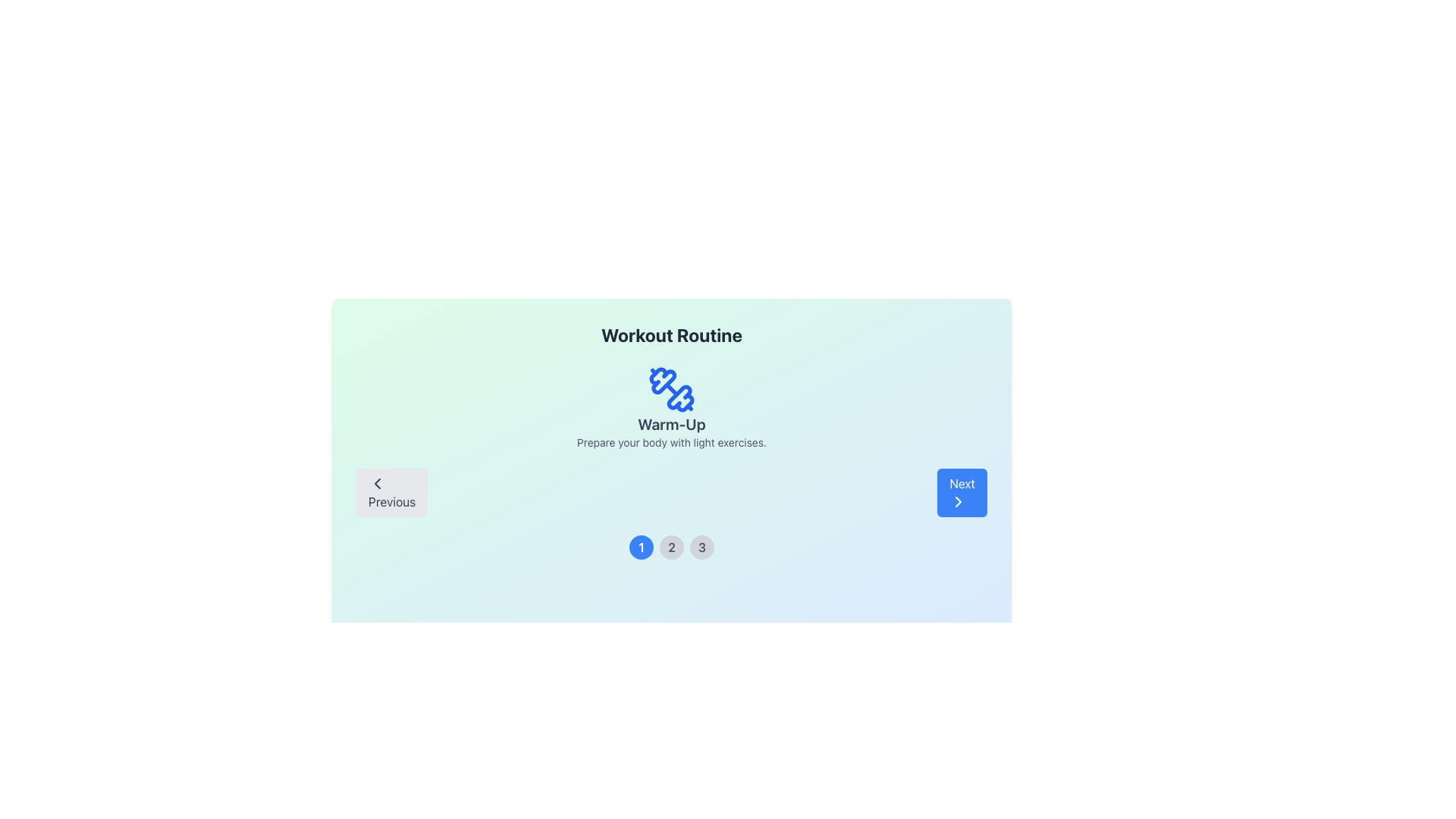 The width and height of the screenshot is (1456, 819). Describe the element at coordinates (663, 380) in the screenshot. I see `the blue workout dumbbell icon located below the 'Workout Routine' heading and aligned with 'Warm-Up'` at that location.